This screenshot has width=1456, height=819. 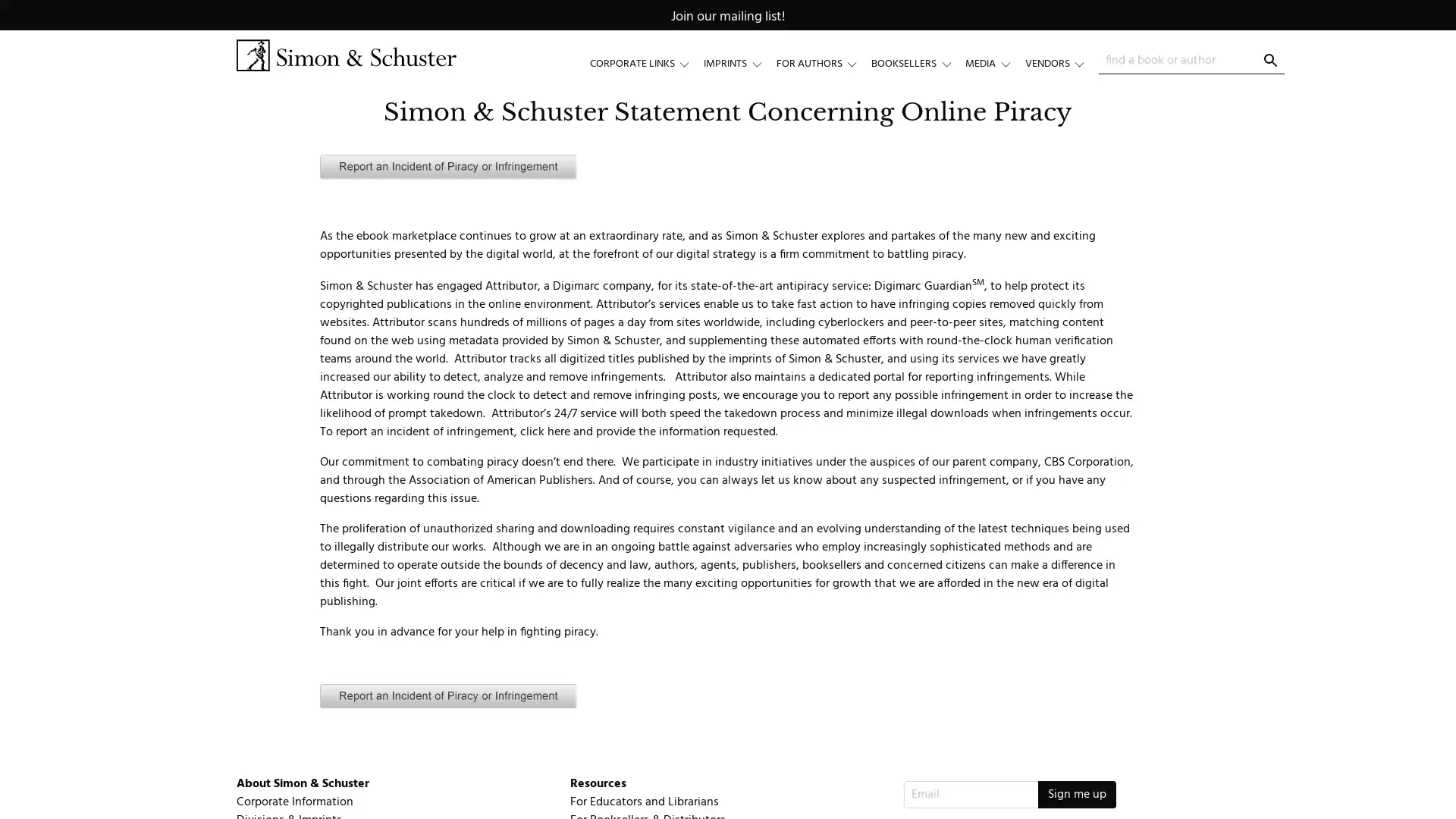 What do you see at coordinates (1075, 792) in the screenshot?
I see `Sign me up` at bounding box center [1075, 792].